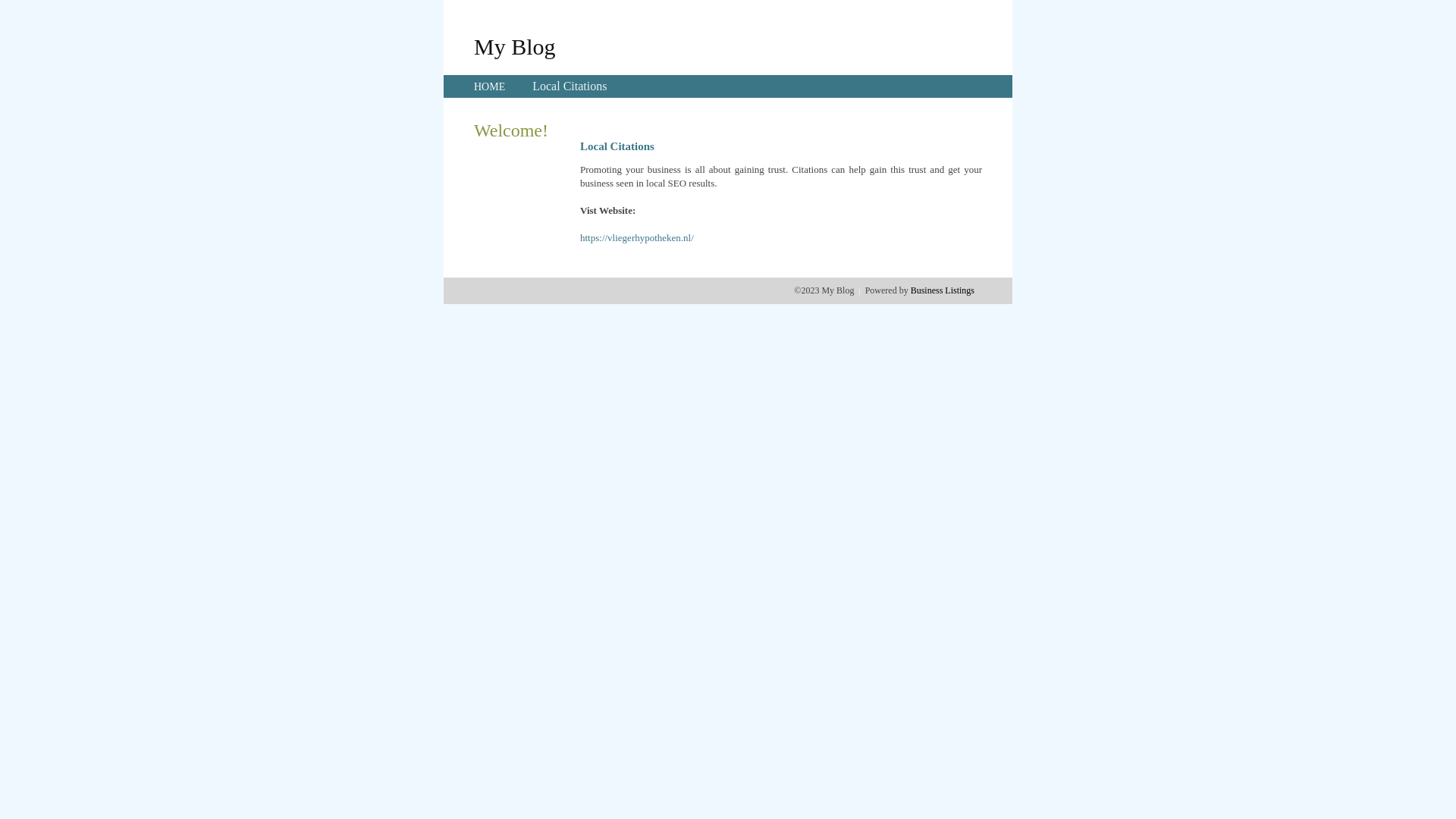 This screenshot has width=1456, height=819. I want to click on 'Business Listings', so click(942, 290).